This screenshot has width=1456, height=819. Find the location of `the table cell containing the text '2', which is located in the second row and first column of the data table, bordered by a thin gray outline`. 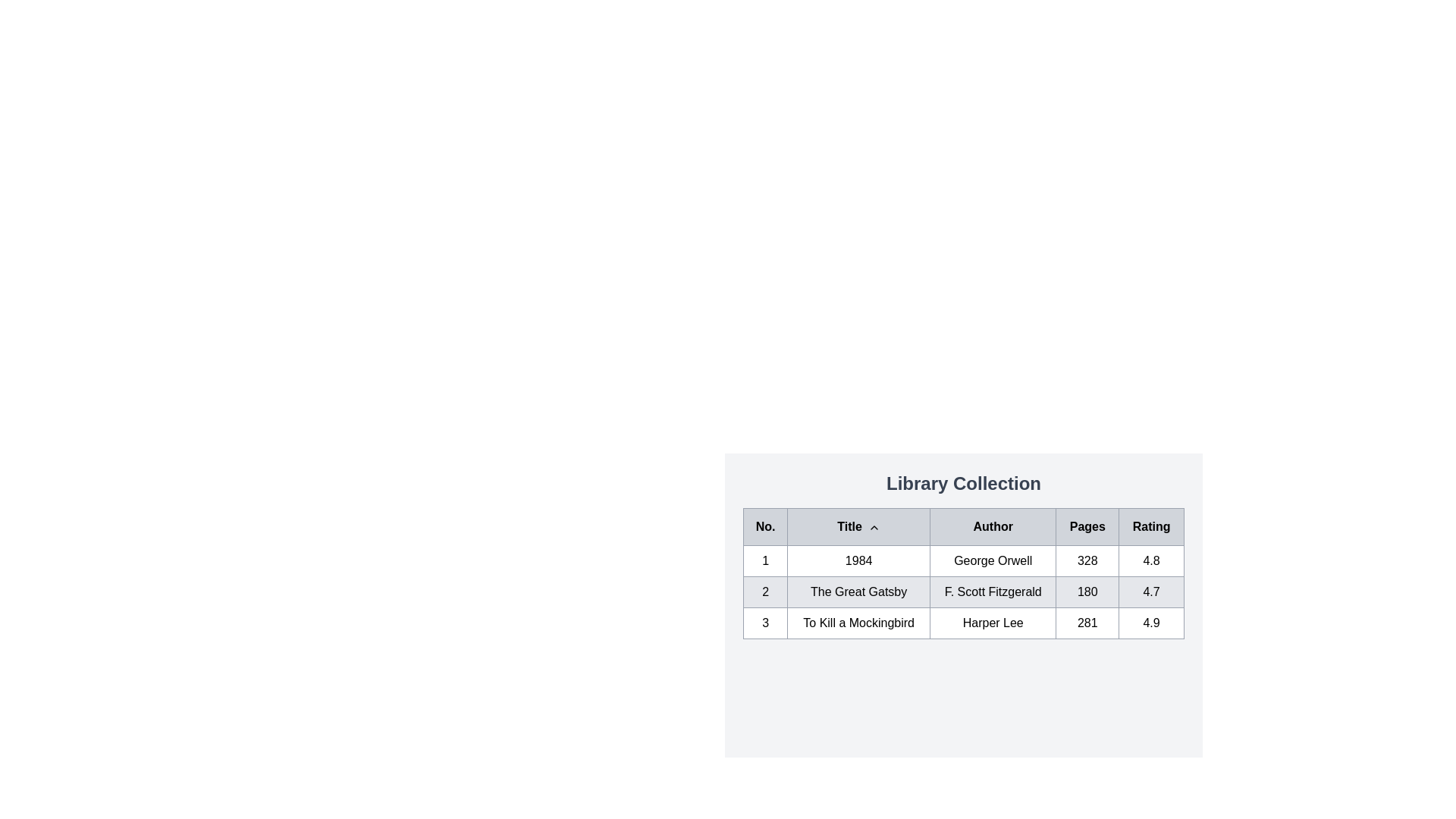

the table cell containing the text '2', which is located in the second row and first column of the data table, bordered by a thin gray outline is located at coordinates (765, 591).